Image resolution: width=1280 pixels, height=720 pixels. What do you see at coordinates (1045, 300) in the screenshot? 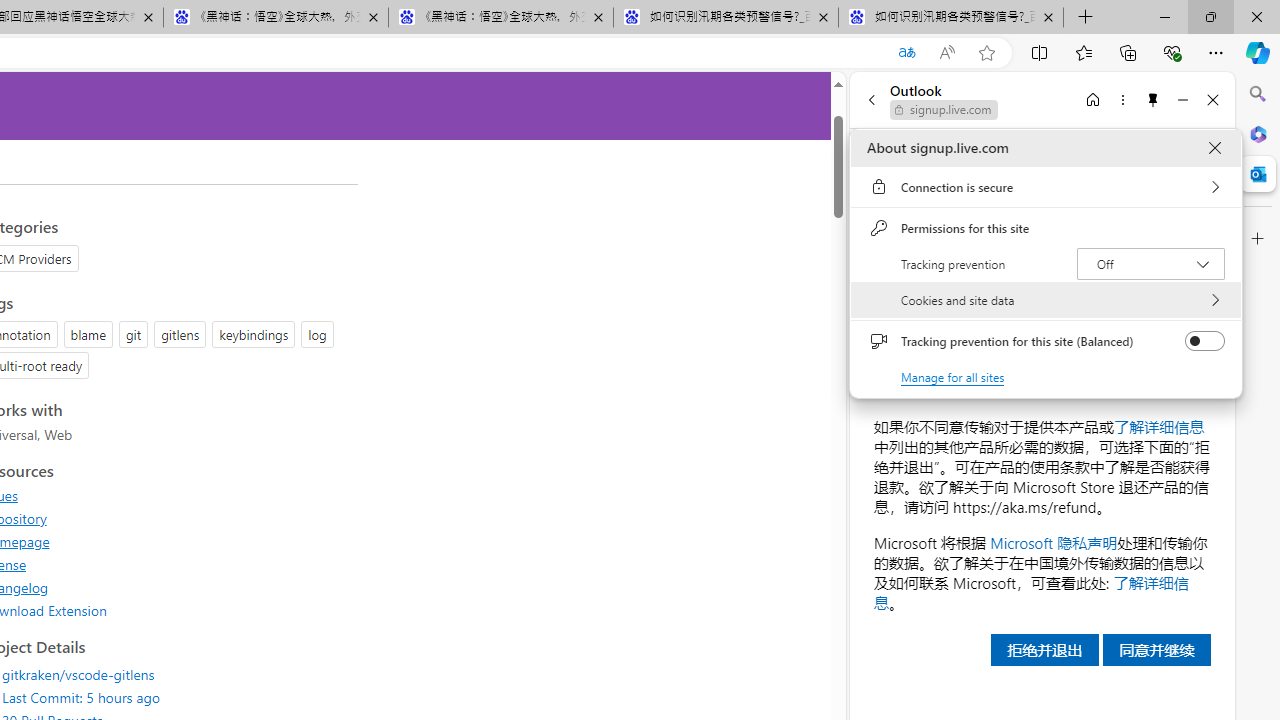
I see `'Cookies and site data'` at bounding box center [1045, 300].